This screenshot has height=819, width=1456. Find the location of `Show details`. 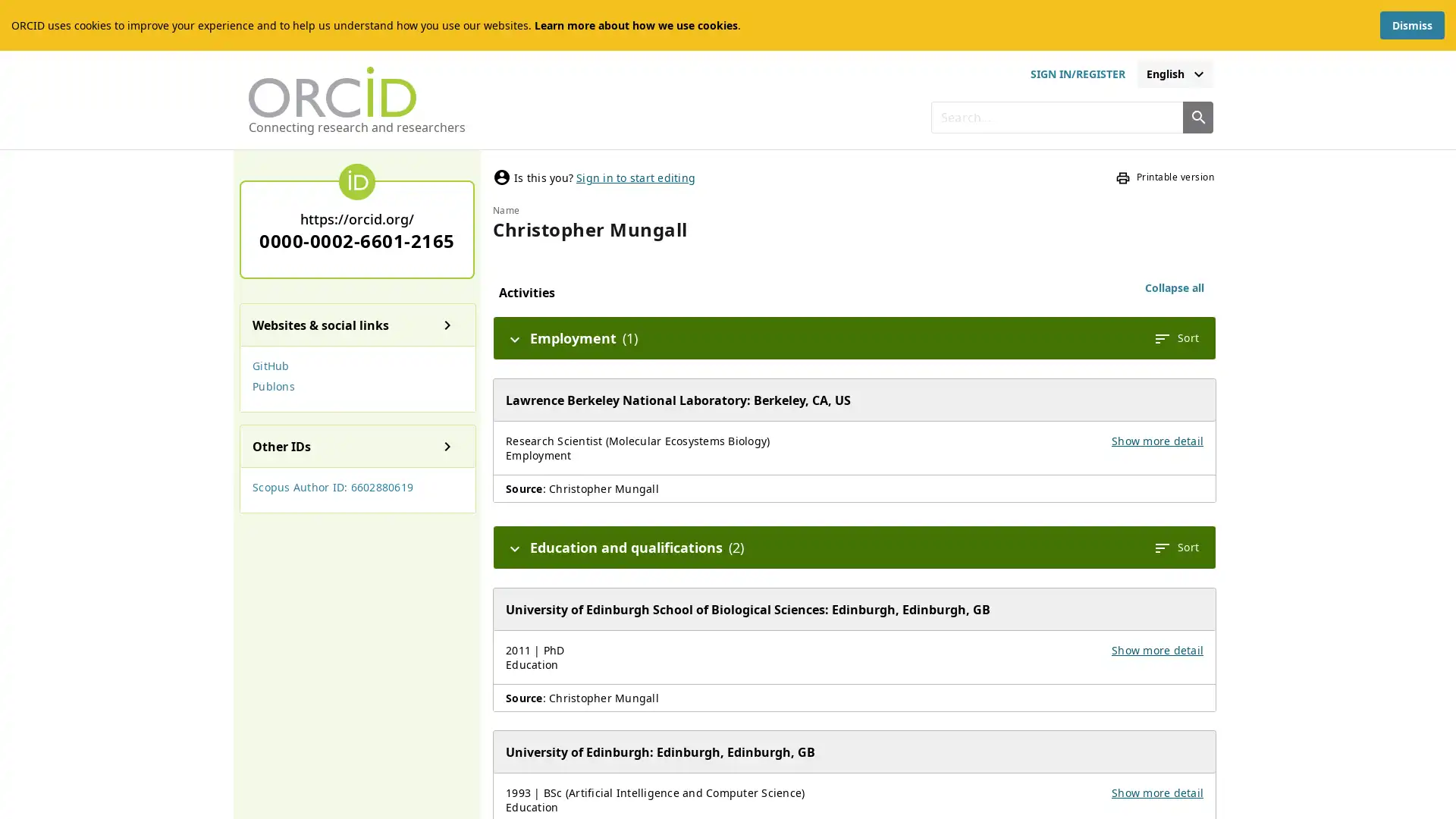

Show details is located at coordinates (447, 324).